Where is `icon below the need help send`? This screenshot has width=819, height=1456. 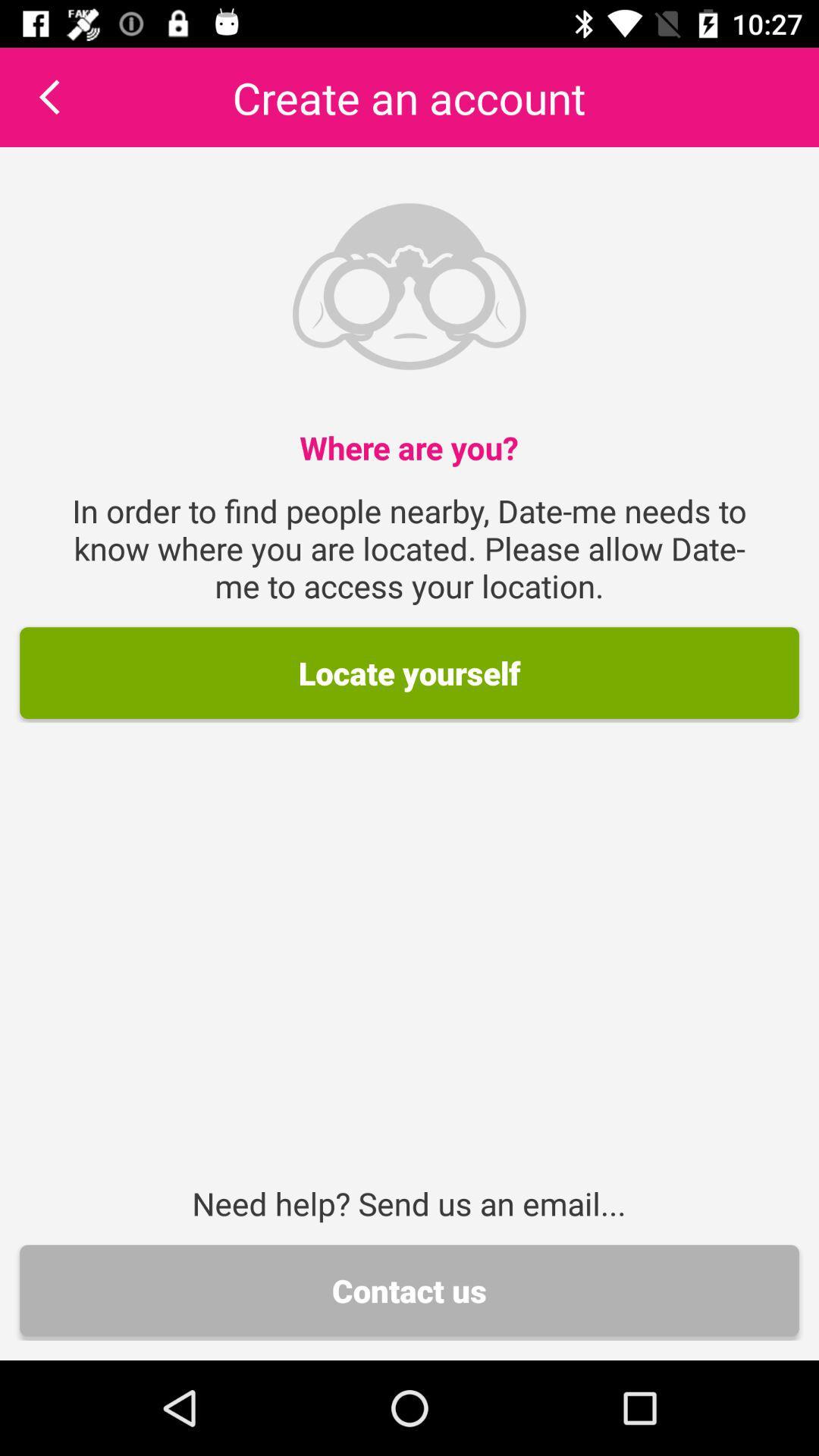
icon below the need help send is located at coordinates (409, 1290).